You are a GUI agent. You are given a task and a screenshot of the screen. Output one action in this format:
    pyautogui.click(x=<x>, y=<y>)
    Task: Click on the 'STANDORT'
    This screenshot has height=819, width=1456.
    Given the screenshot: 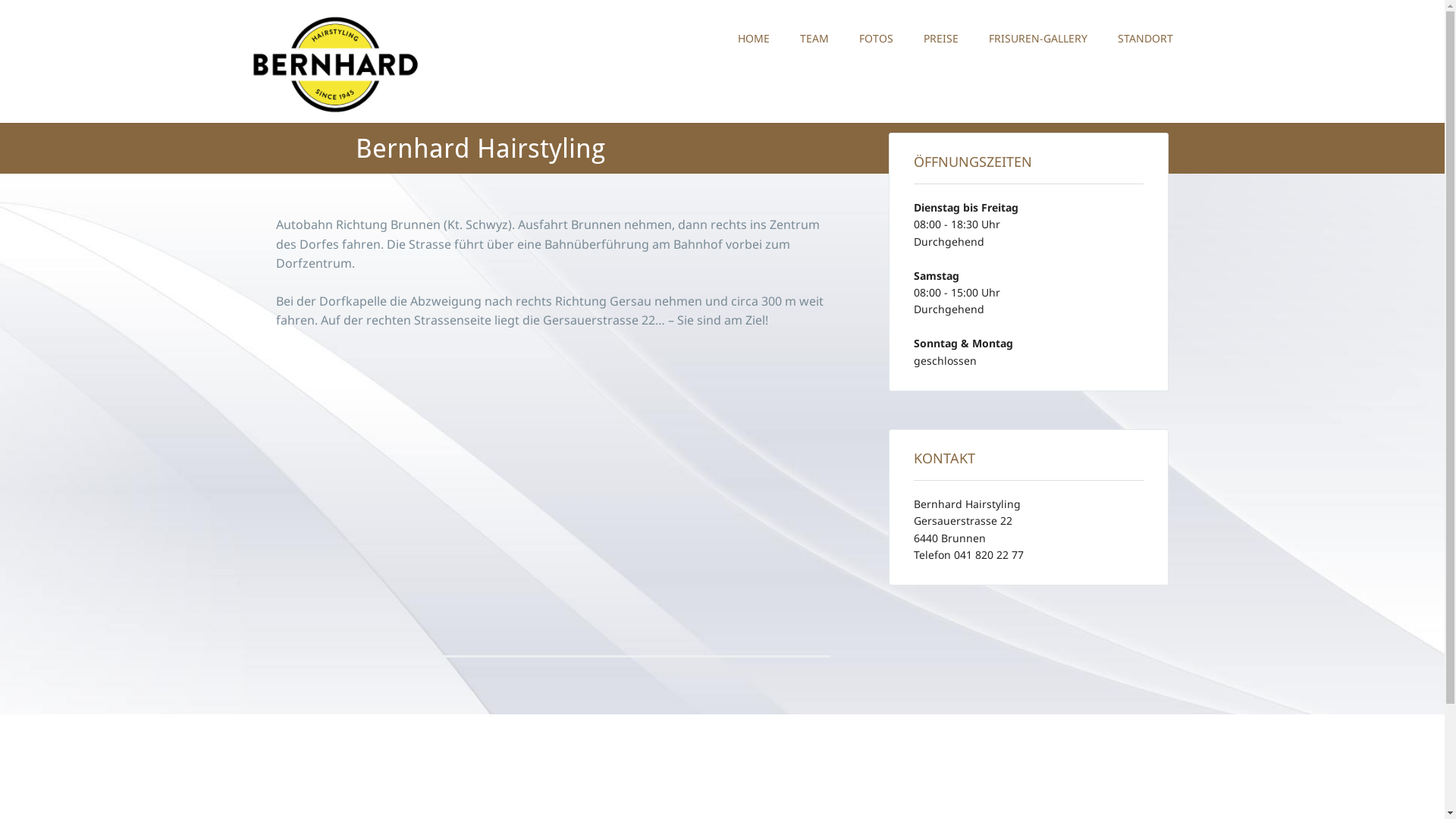 What is the action you would take?
    pyautogui.click(x=1145, y=37)
    